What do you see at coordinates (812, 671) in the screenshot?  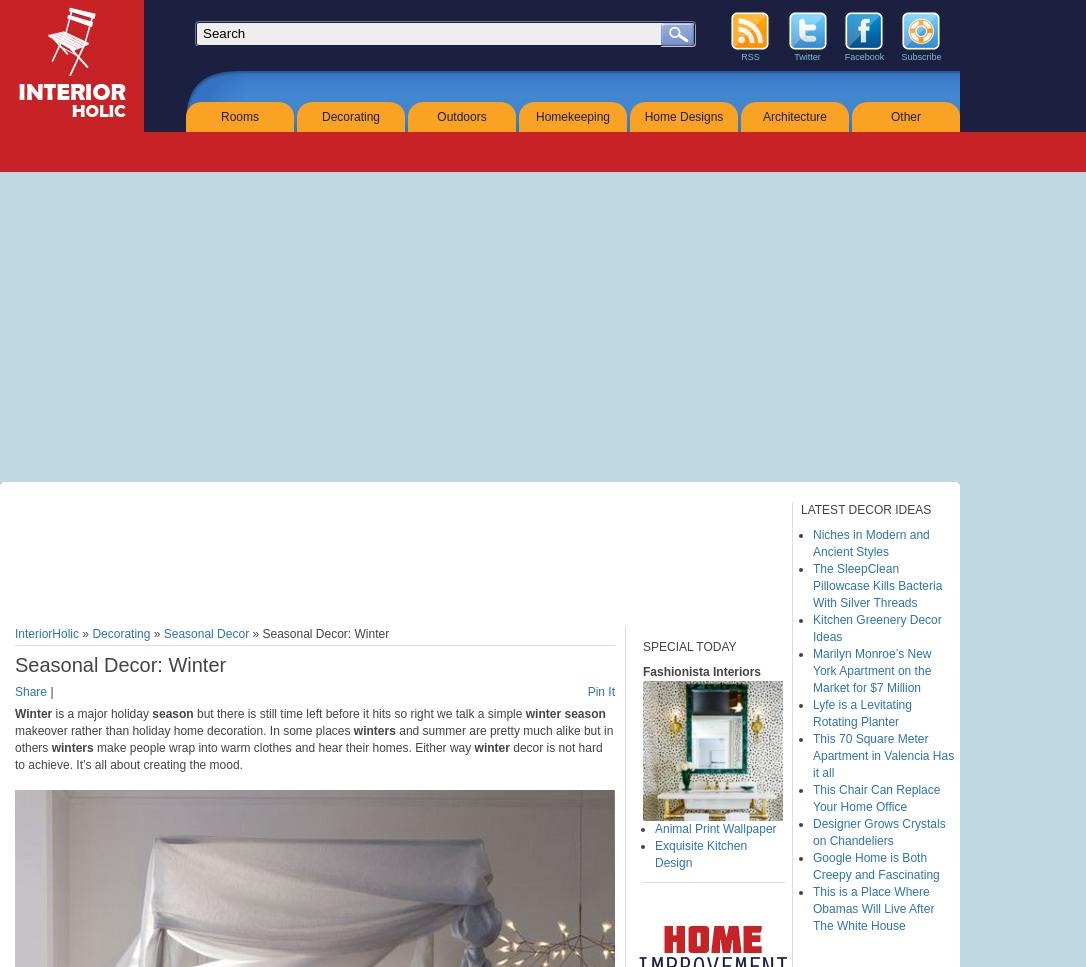 I see `'Marilyn Monroe’s New York Apartment on the Market for $7 Million'` at bounding box center [812, 671].